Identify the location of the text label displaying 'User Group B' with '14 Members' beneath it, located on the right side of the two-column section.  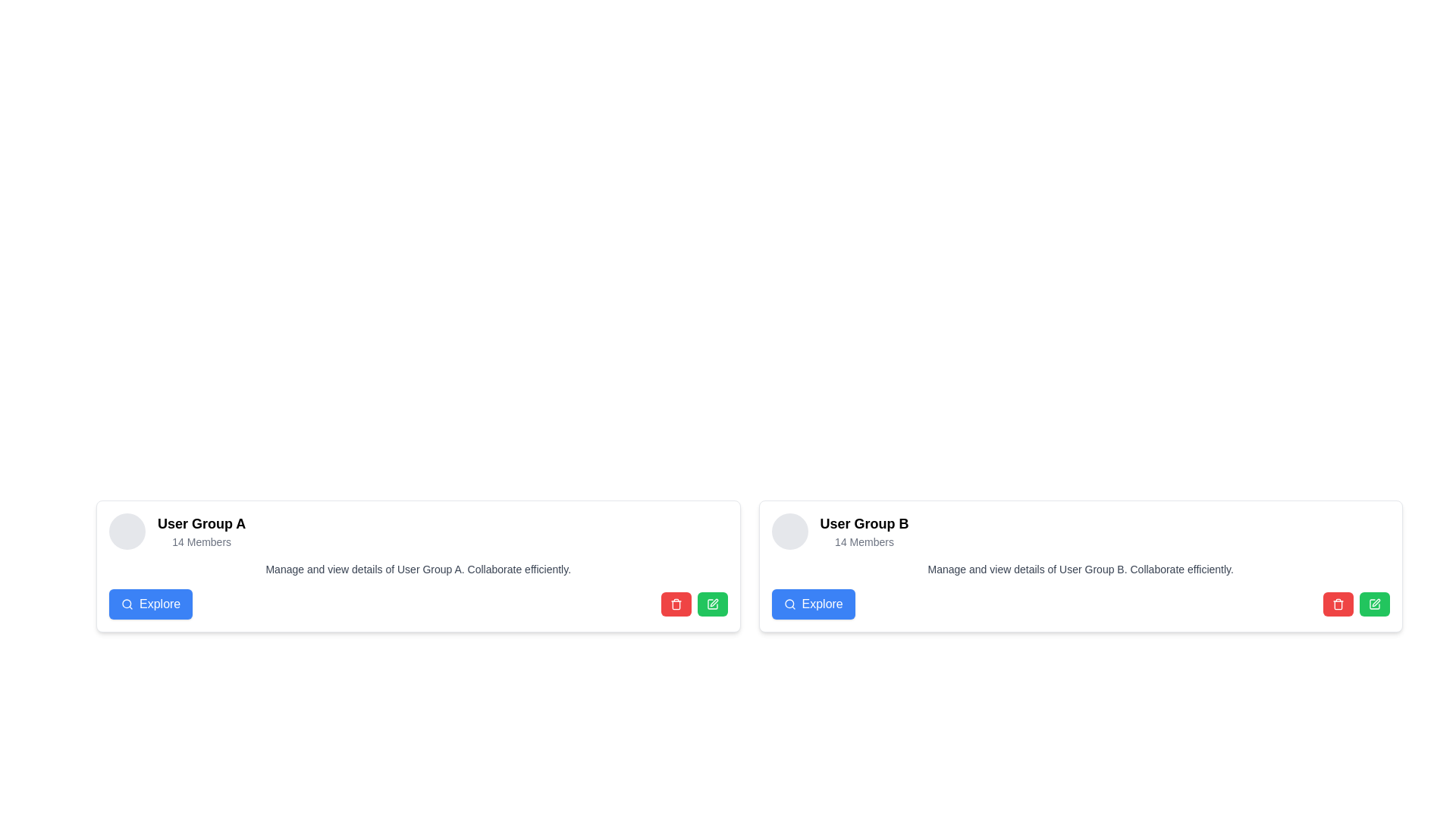
(864, 531).